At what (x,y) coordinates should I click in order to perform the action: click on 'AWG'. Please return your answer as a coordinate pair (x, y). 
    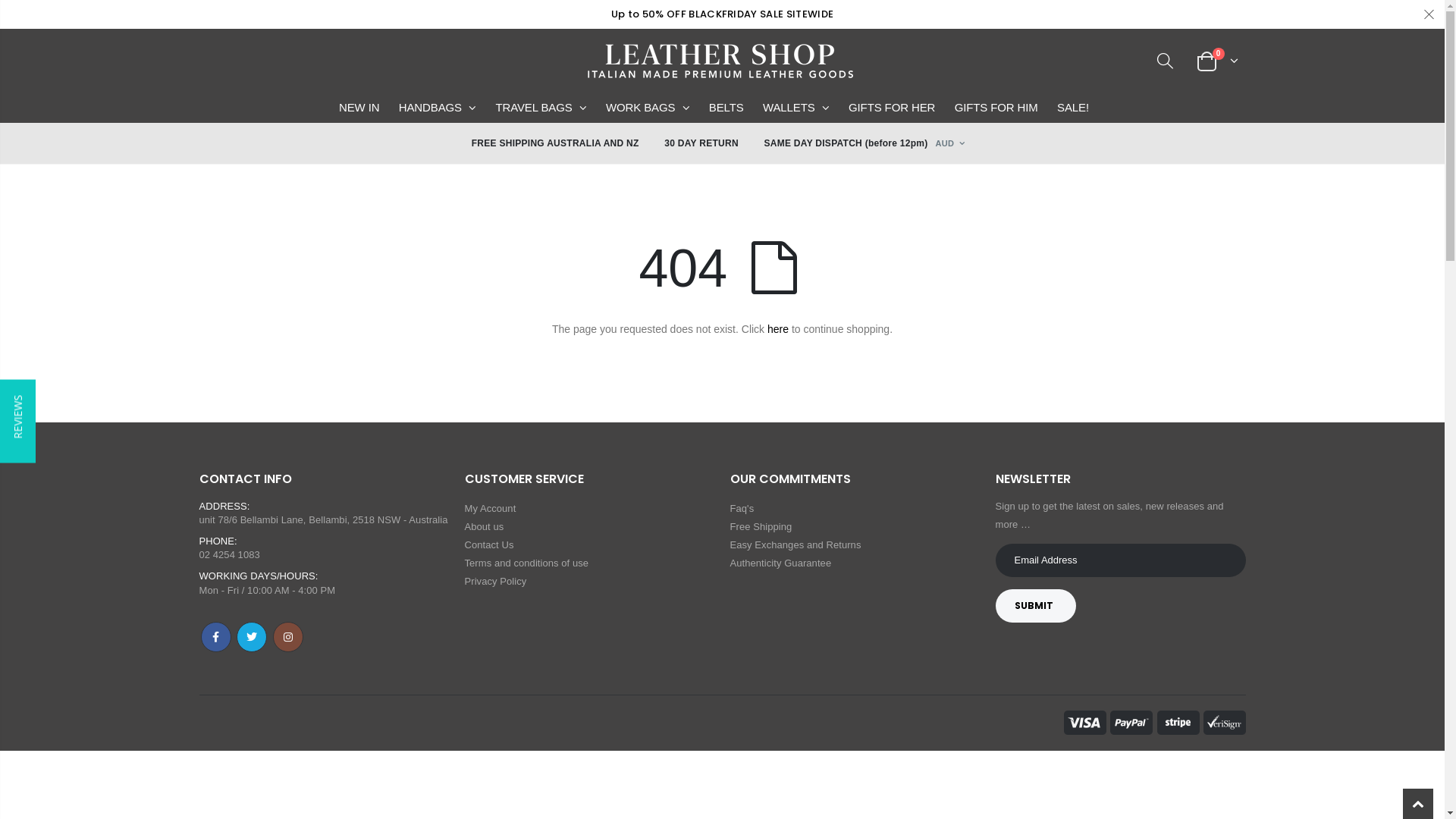
    Looking at the image, I should click on (948, 304).